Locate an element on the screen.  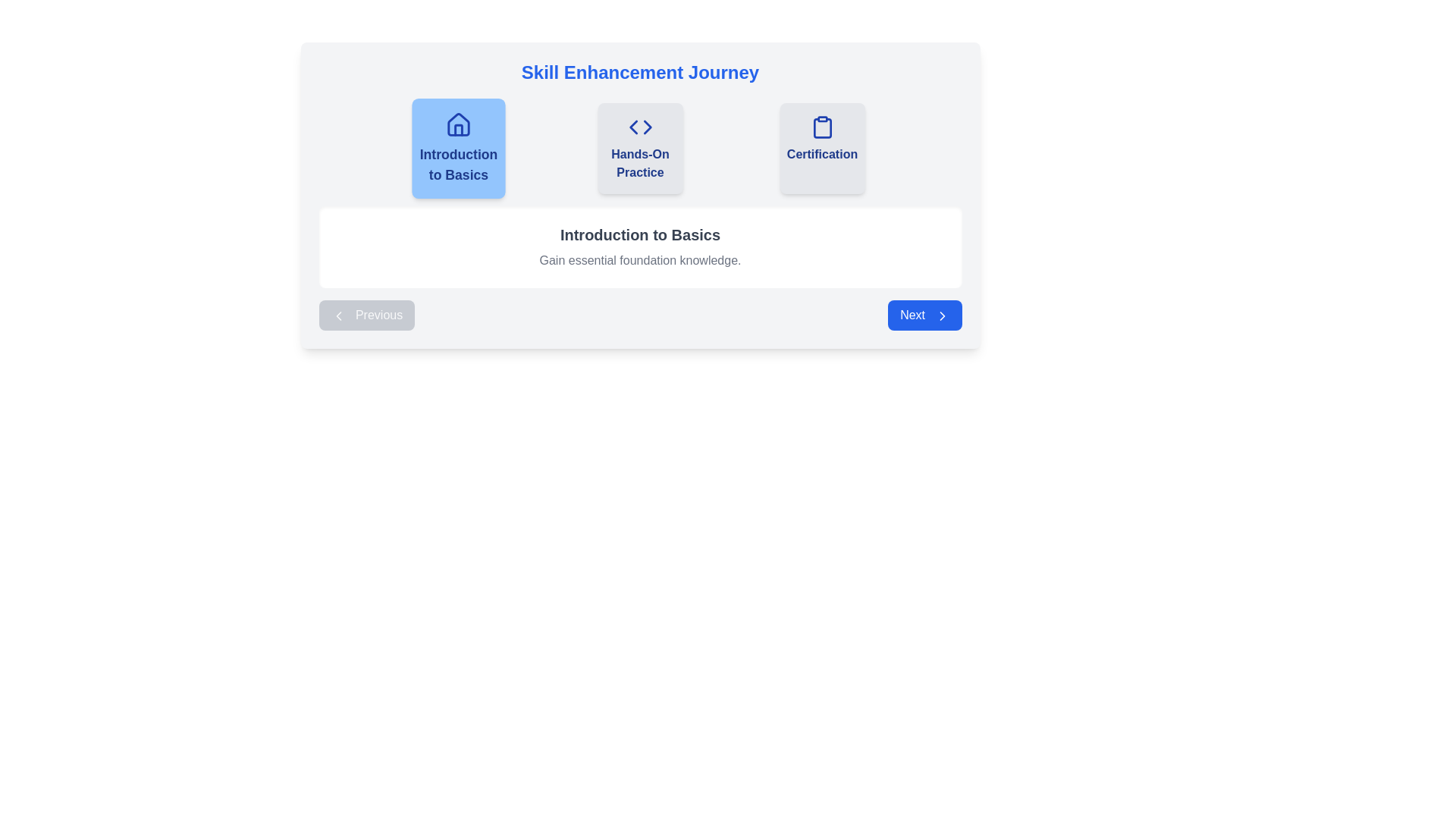
the right-pointing chevron icon within the 'Next' button to move to the next step in the navigation sequence is located at coordinates (941, 315).